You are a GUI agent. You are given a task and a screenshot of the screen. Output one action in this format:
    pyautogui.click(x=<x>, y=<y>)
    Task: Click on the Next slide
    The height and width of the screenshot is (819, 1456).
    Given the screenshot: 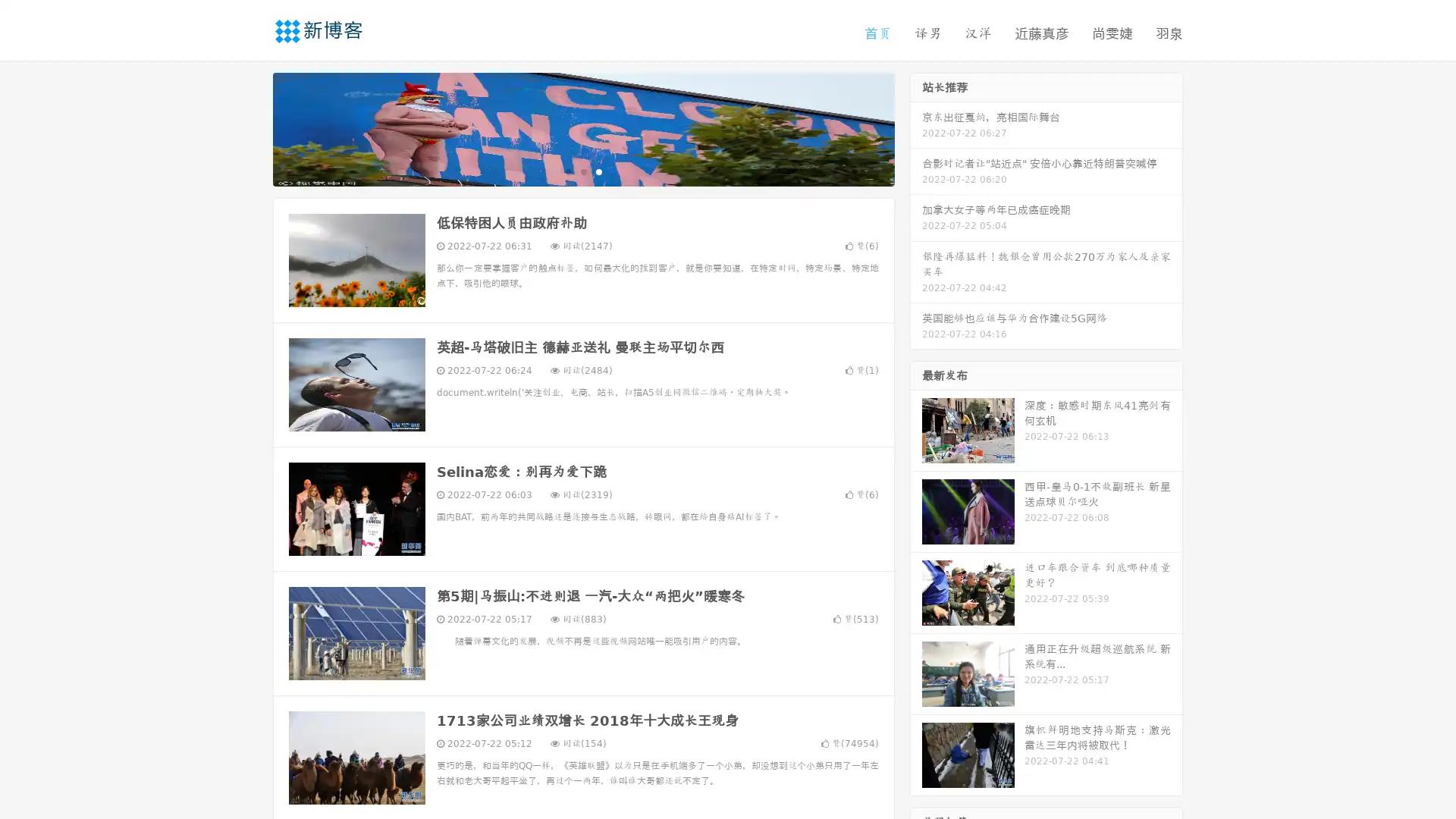 What is the action you would take?
    pyautogui.click(x=916, y=127)
    